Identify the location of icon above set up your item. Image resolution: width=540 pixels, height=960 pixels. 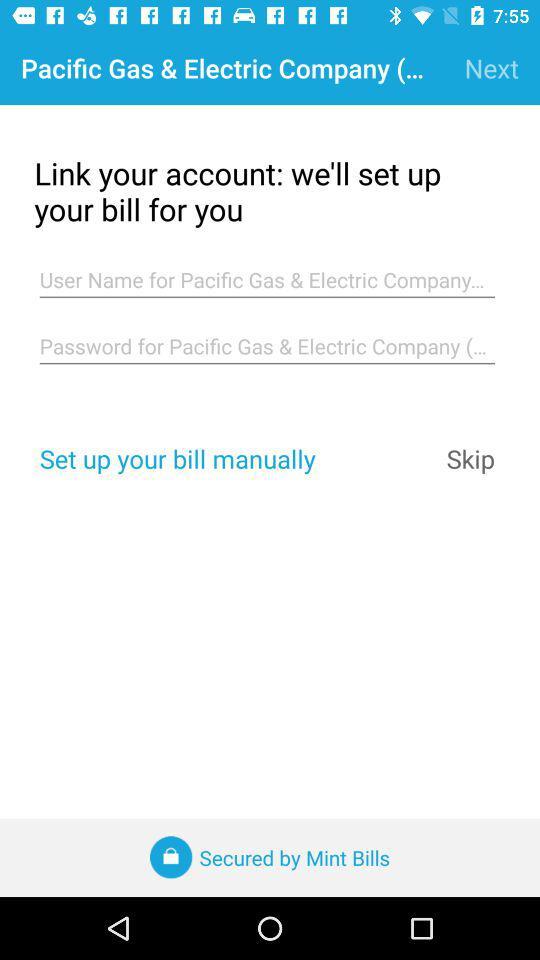
(267, 346).